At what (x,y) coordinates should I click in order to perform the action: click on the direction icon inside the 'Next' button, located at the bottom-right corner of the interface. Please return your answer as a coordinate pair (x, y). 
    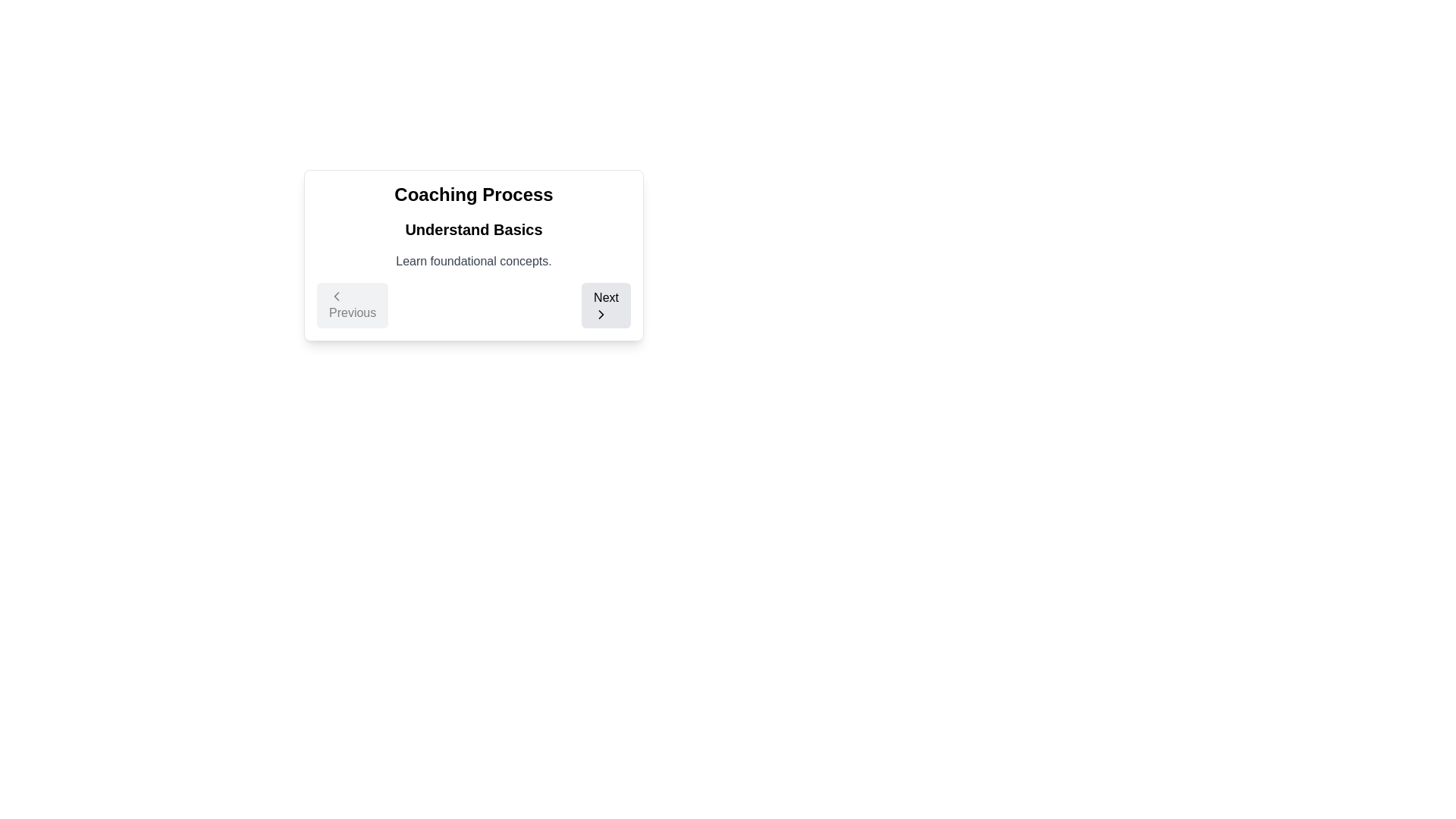
    Looking at the image, I should click on (601, 314).